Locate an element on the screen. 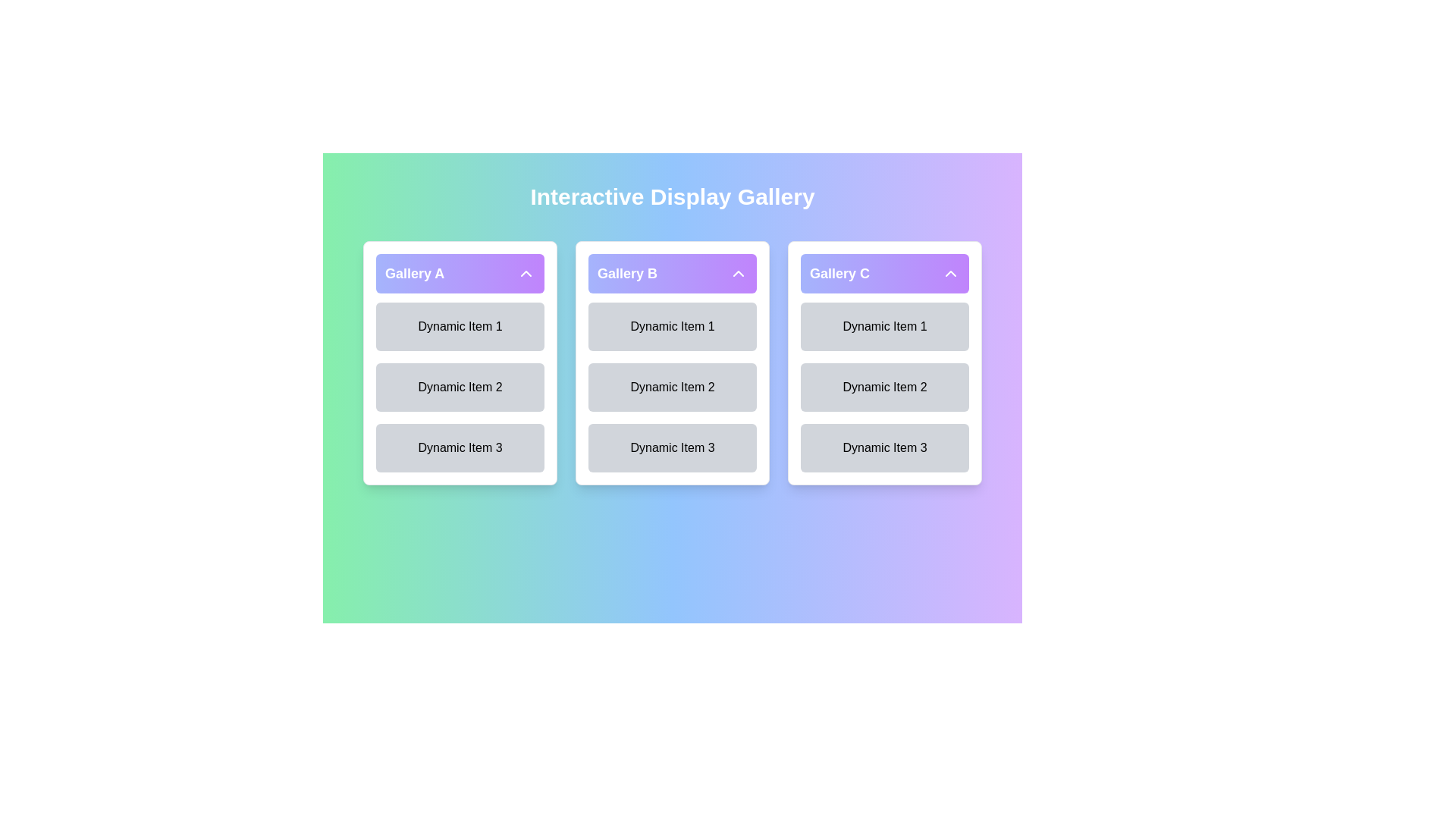 This screenshot has height=819, width=1456. the button-like list item labeled 'Dynamic Item 1' located in the 'Gallery A' section is located at coordinates (459, 326).